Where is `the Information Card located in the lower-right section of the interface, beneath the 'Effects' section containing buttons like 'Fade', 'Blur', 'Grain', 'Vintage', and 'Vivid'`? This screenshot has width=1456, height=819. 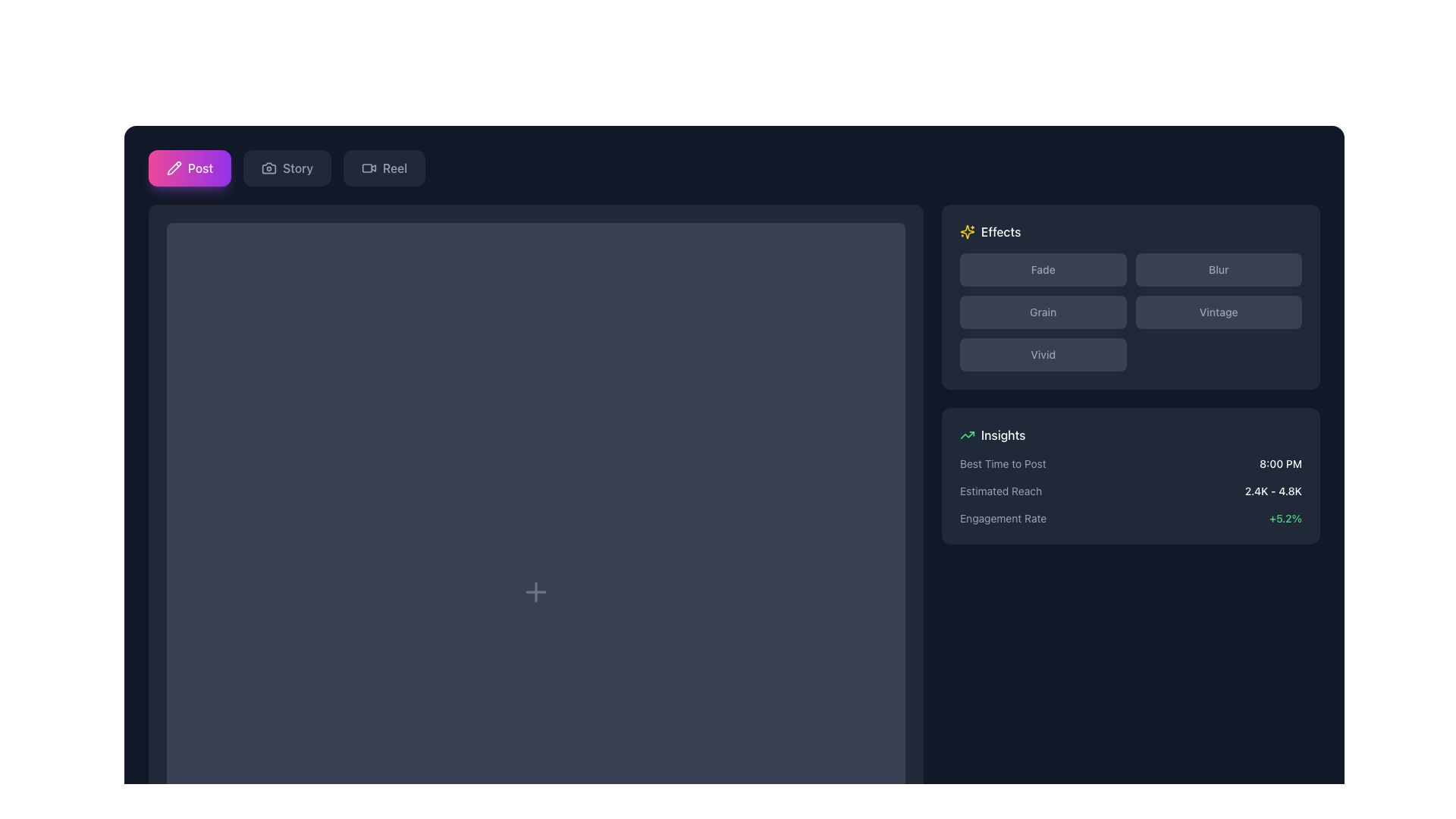 the Information Card located in the lower-right section of the interface, beneath the 'Effects' section containing buttons like 'Fade', 'Blur', 'Grain', 'Vintage', and 'Vivid' is located at coordinates (1131, 475).